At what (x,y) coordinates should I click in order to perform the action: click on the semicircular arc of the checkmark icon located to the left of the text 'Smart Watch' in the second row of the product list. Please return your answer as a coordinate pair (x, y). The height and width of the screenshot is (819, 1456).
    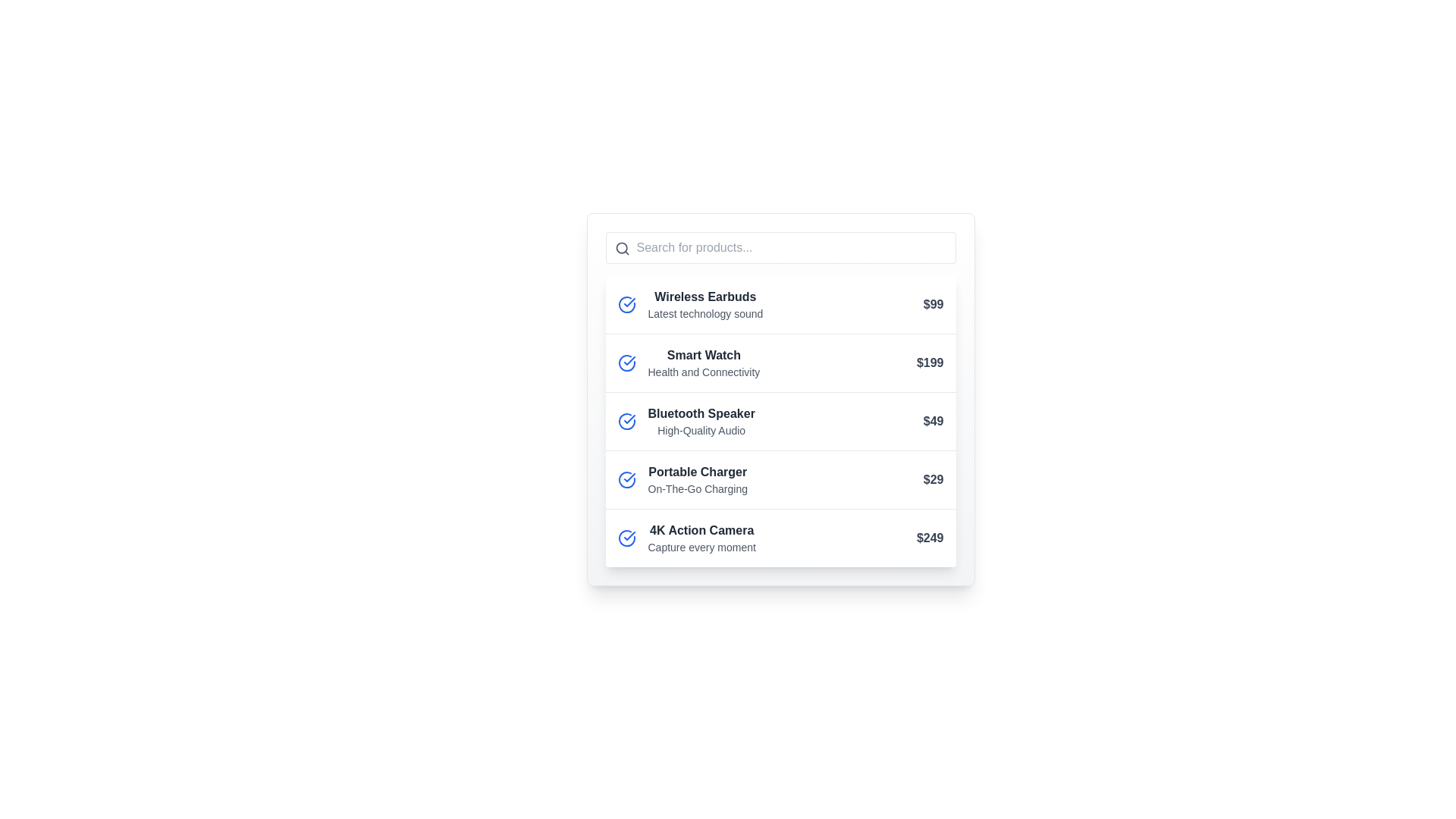
    Looking at the image, I should click on (626, 362).